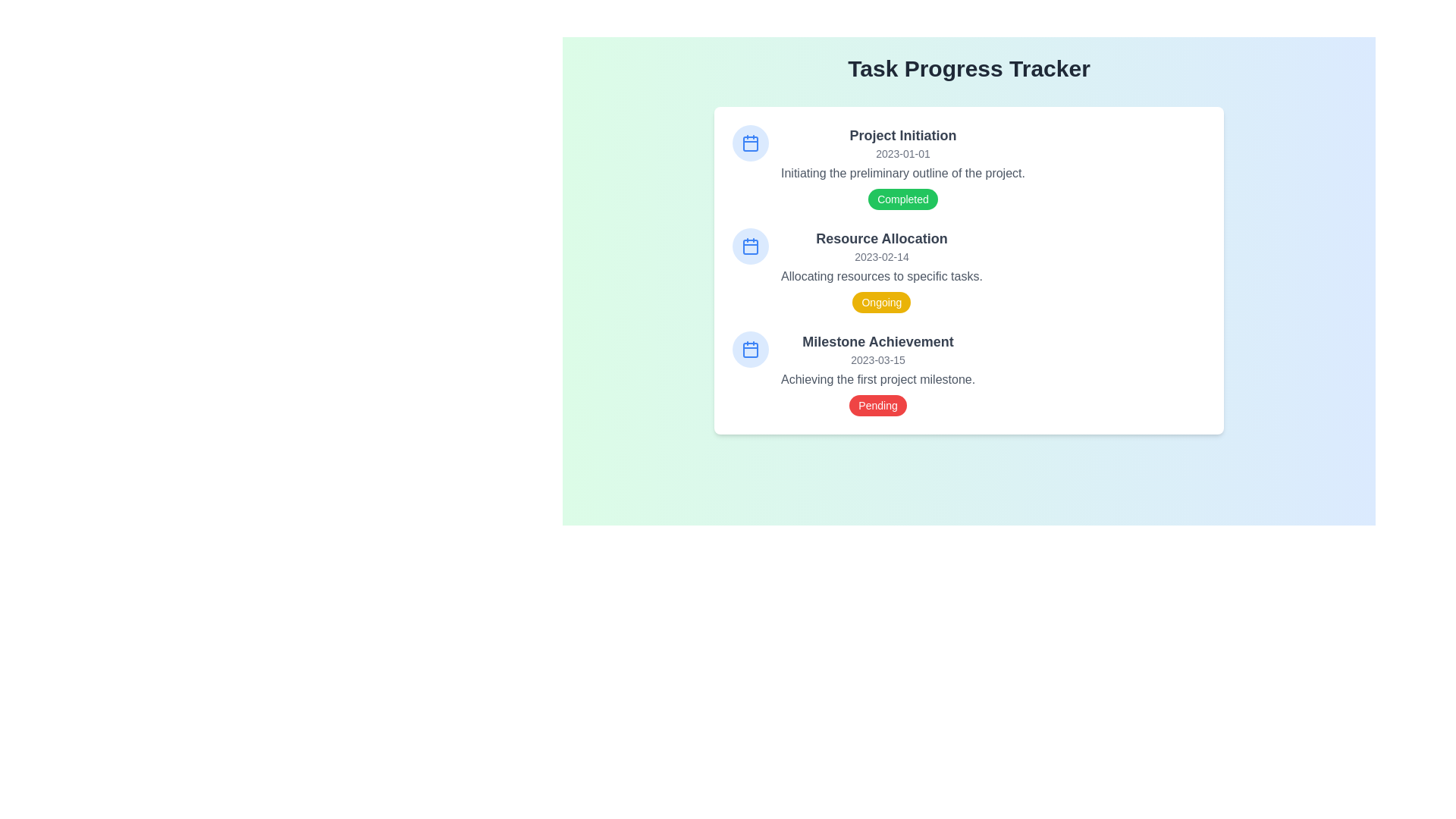 This screenshot has height=819, width=1456. What do you see at coordinates (750, 245) in the screenshot?
I see `the circular icon with a light blue background and a calendar symbol, located in the top-left of the 'Resource Allocation' section` at bounding box center [750, 245].